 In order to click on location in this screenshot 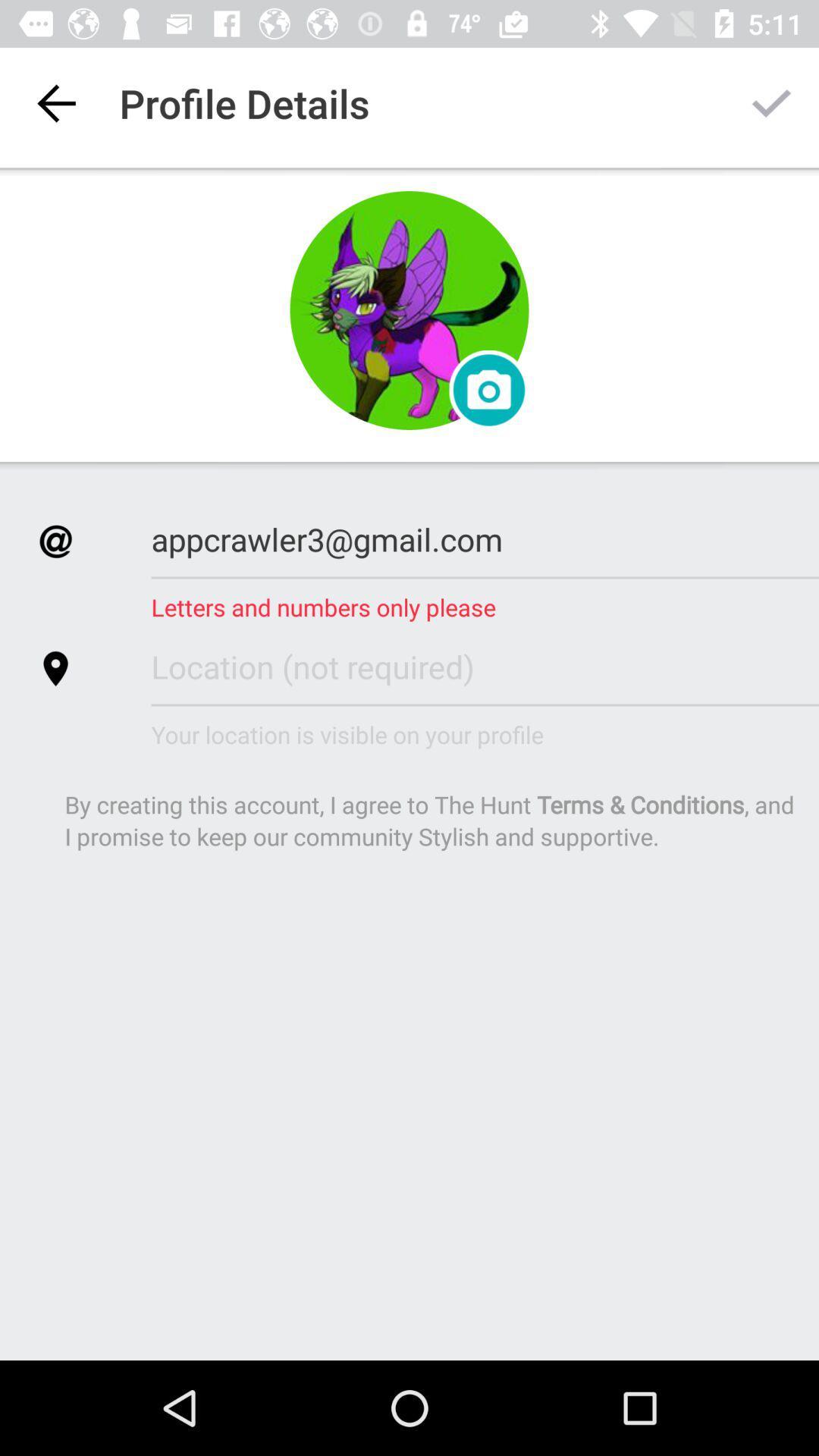, I will do `click(485, 666)`.